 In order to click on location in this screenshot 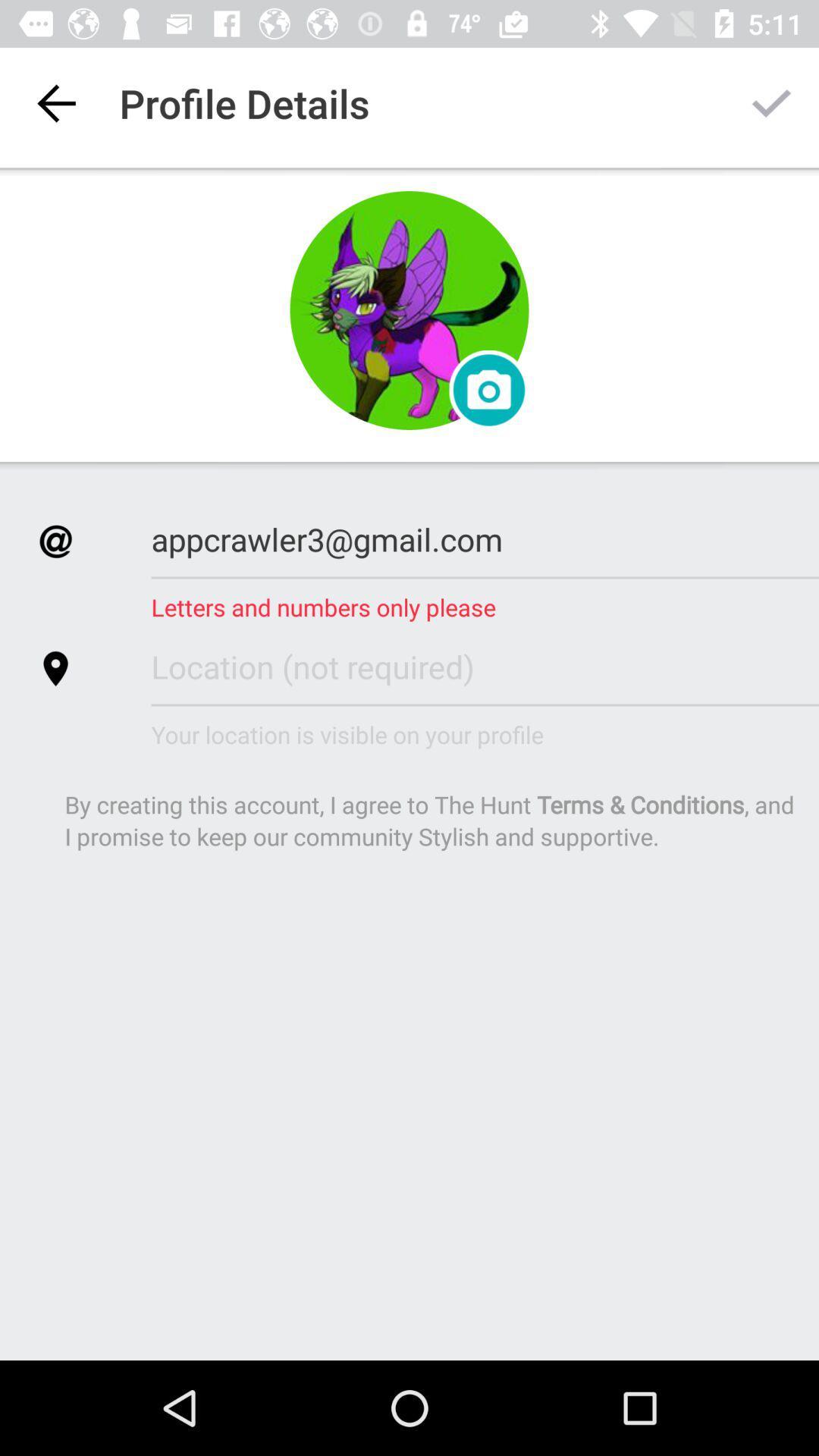, I will do `click(485, 666)`.